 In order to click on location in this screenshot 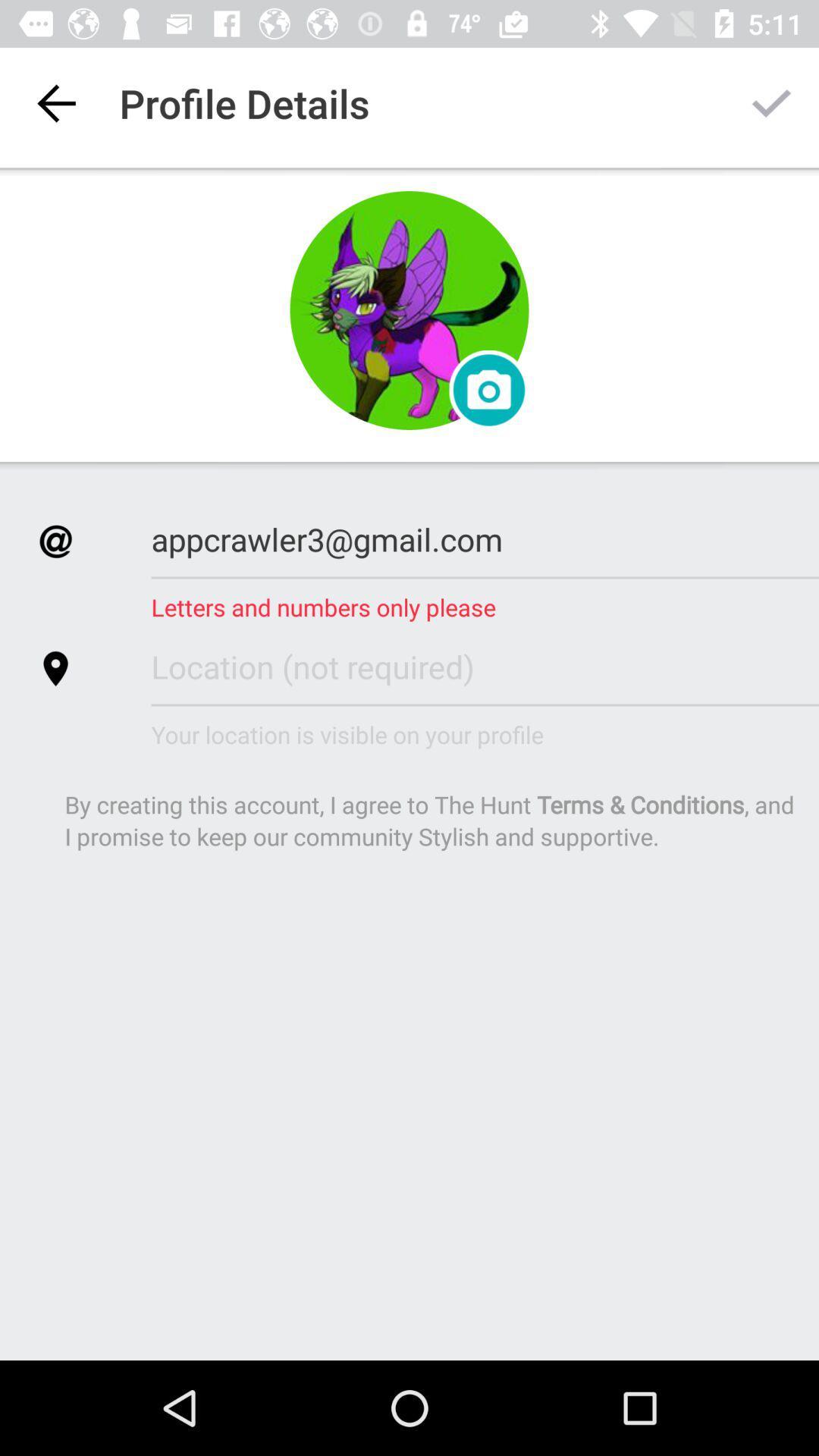, I will do `click(485, 666)`.